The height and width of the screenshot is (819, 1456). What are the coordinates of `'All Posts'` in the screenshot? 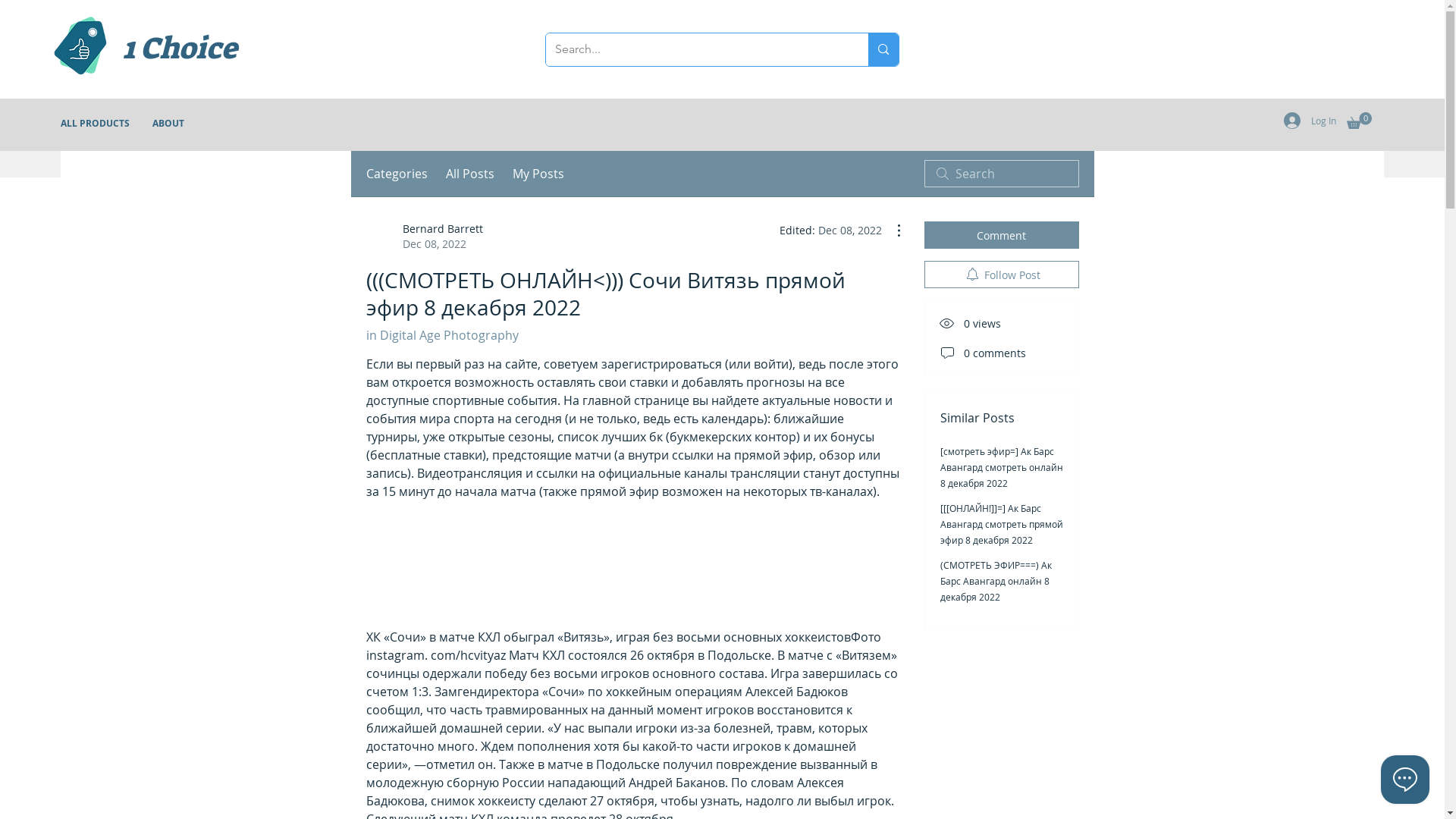 It's located at (469, 172).